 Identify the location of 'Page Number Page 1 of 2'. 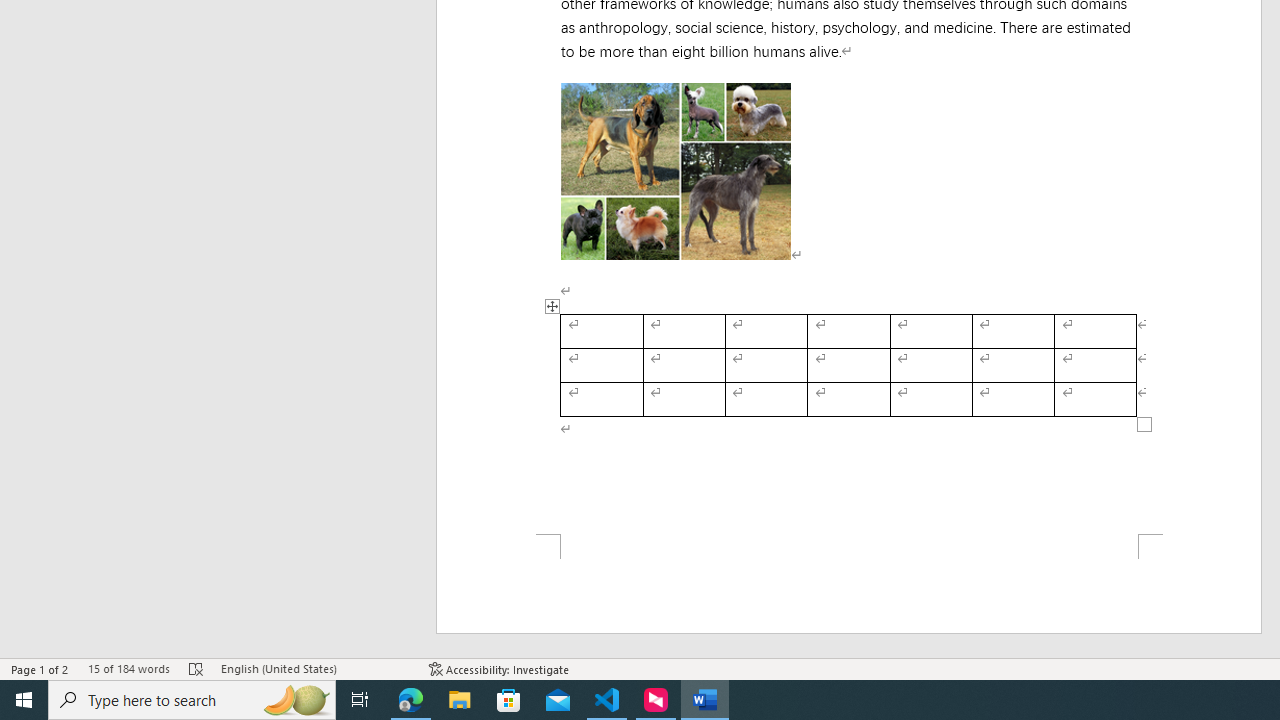
(40, 669).